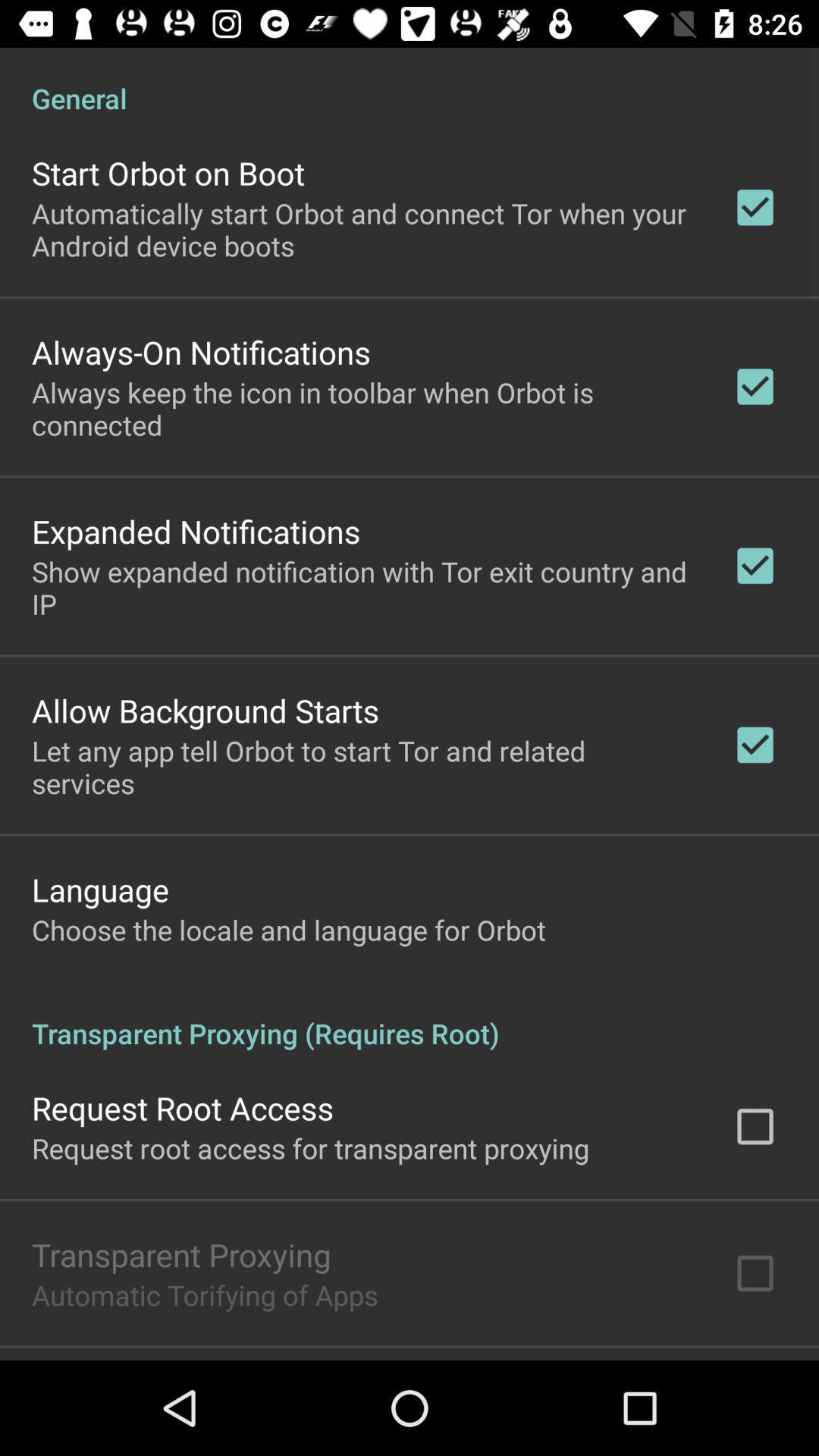 The width and height of the screenshot is (819, 1456). What do you see at coordinates (362, 587) in the screenshot?
I see `the icon below expanded notifications icon` at bounding box center [362, 587].